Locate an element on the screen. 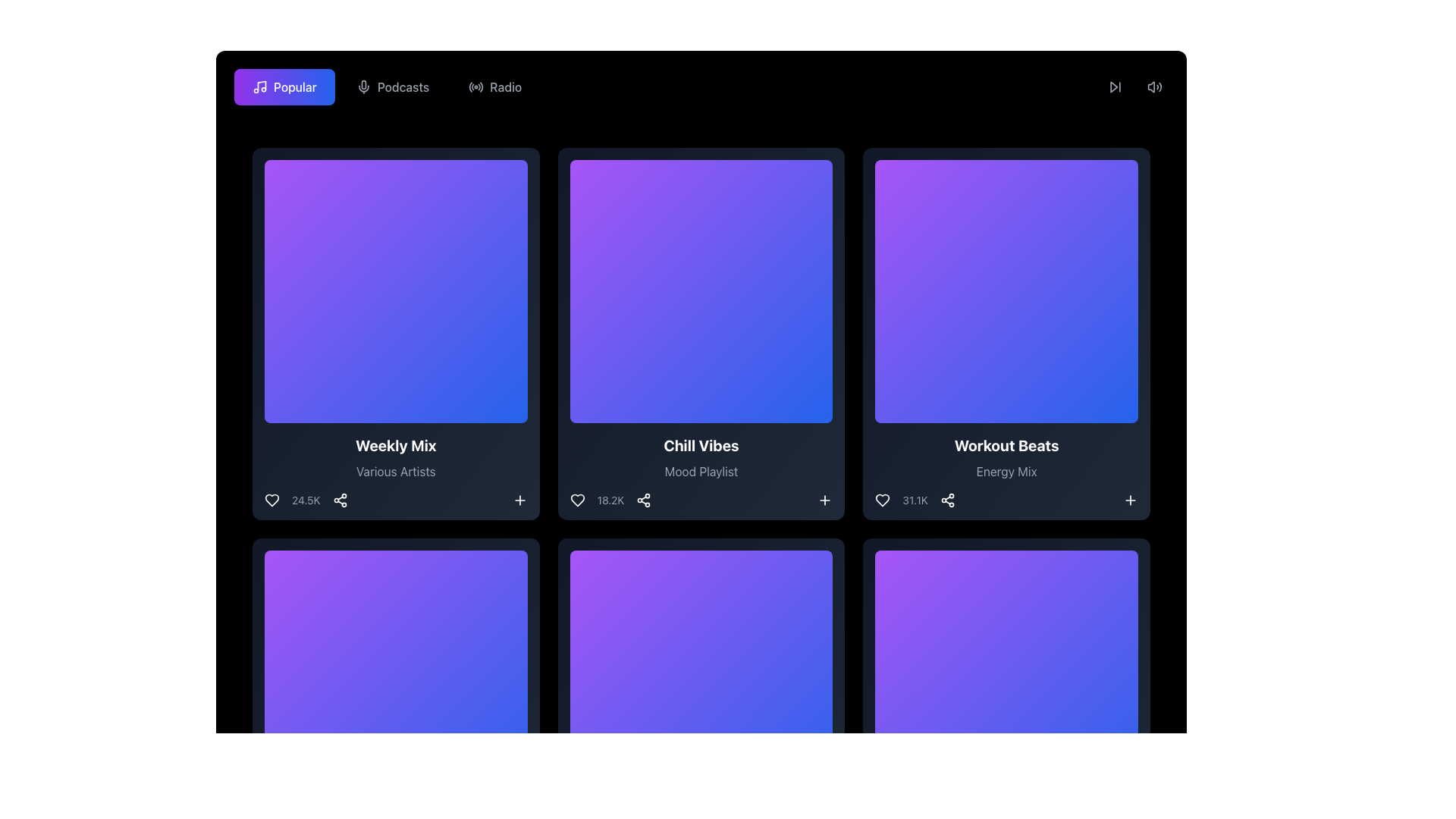  the small plus sign button located at the bottom right corner of the 'Chill Vibes' playlist card is located at coordinates (824, 500).